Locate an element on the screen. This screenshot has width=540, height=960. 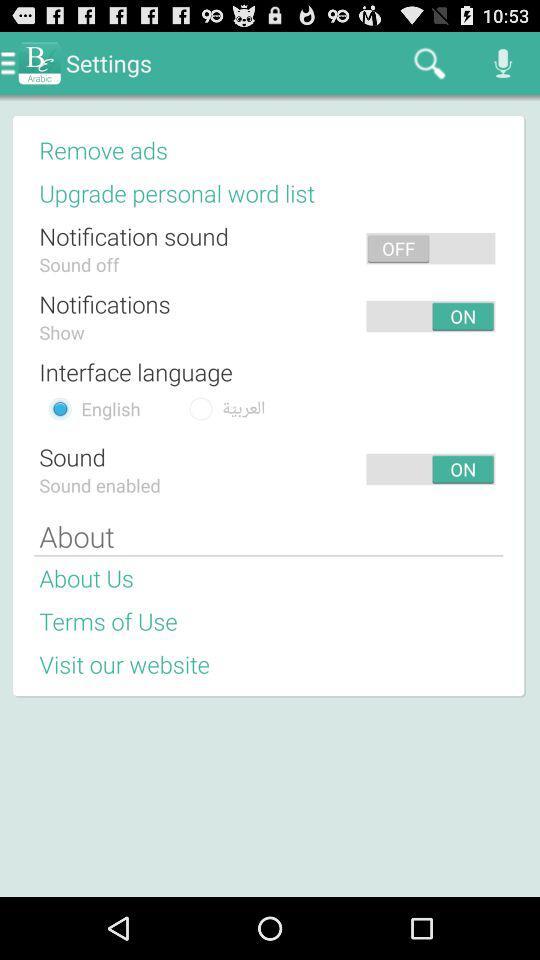
sound enabled icon is located at coordinates (99, 484).